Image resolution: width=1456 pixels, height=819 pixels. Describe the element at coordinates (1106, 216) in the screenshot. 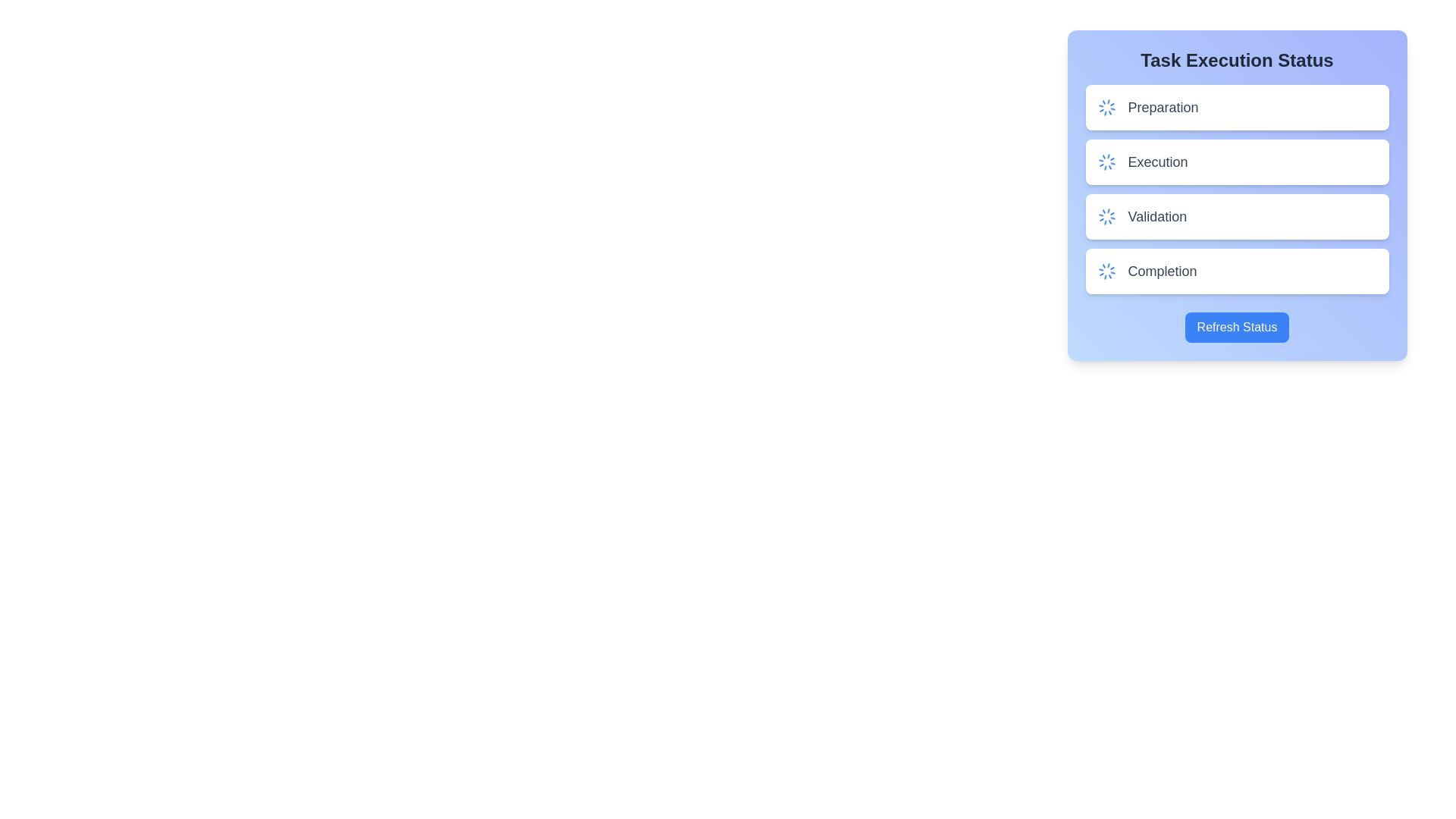

I see `the compact spinner icon with a circular animation effect located in the 'Validation' section, positioned to the left of the 'Validation' label` at that location.